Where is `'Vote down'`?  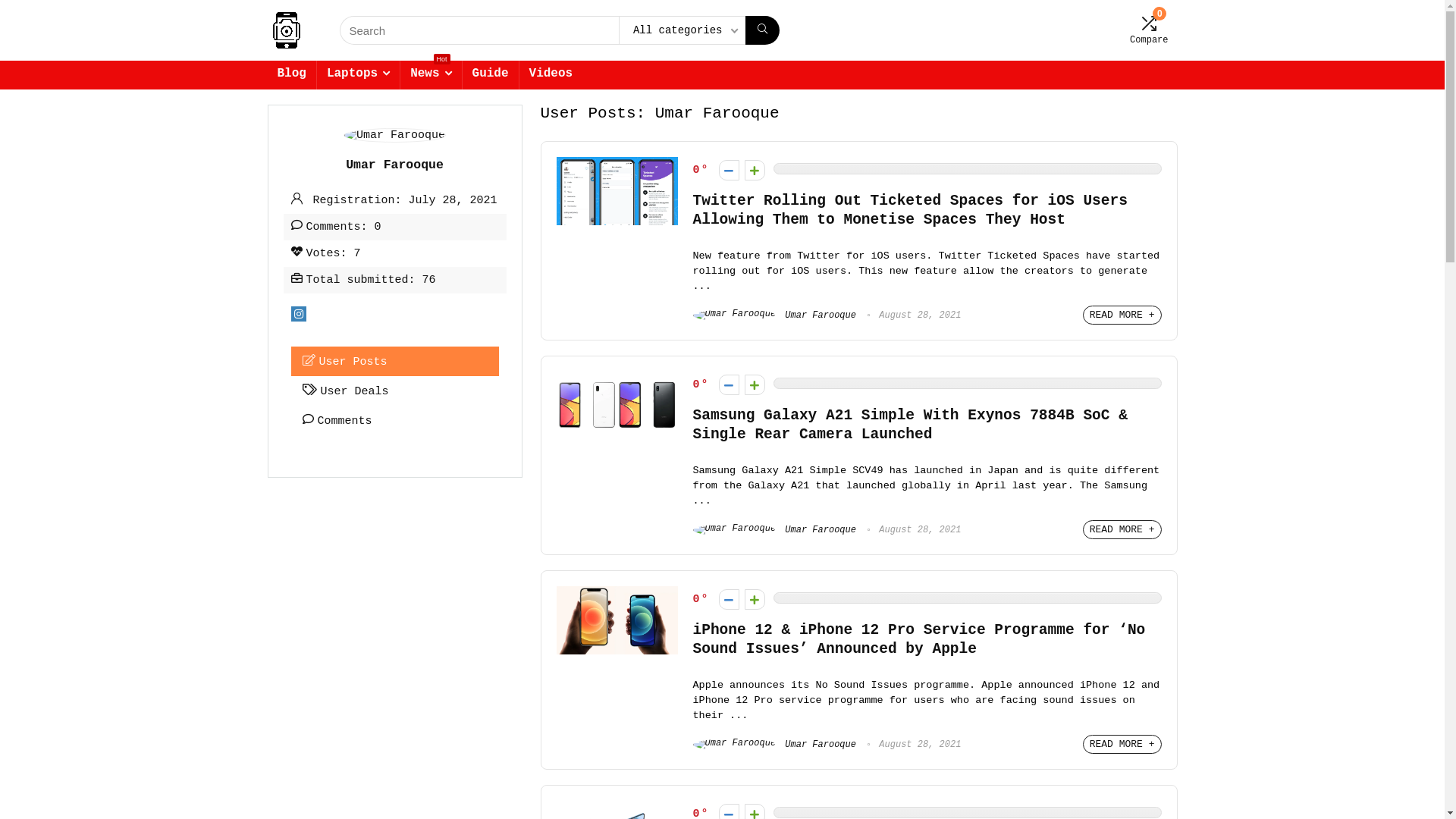
'Vote down' is located at coordinates (729, 170).